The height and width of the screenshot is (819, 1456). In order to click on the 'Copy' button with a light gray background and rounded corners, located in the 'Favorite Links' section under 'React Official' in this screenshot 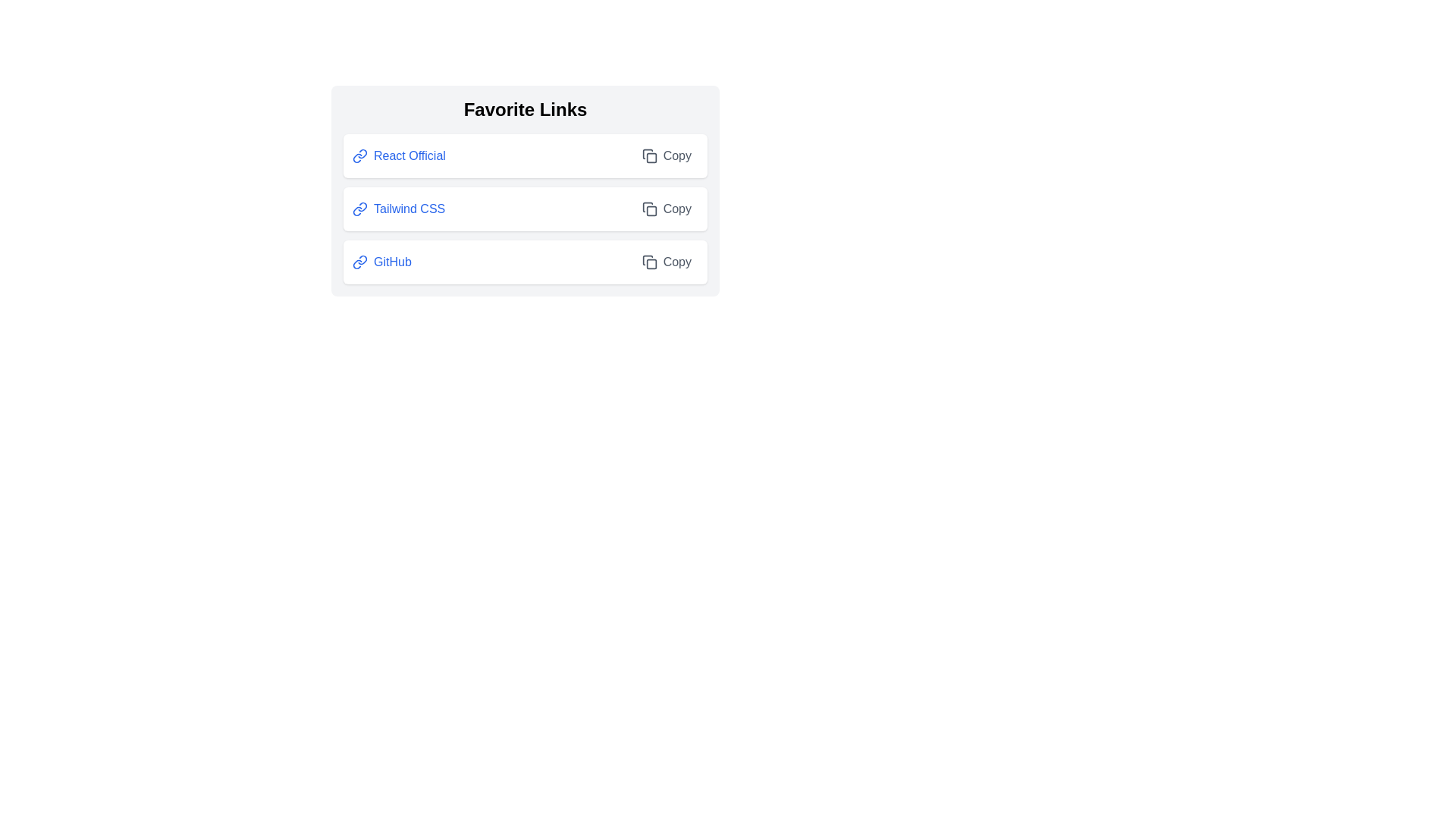, I will do `click(667, 155)`.